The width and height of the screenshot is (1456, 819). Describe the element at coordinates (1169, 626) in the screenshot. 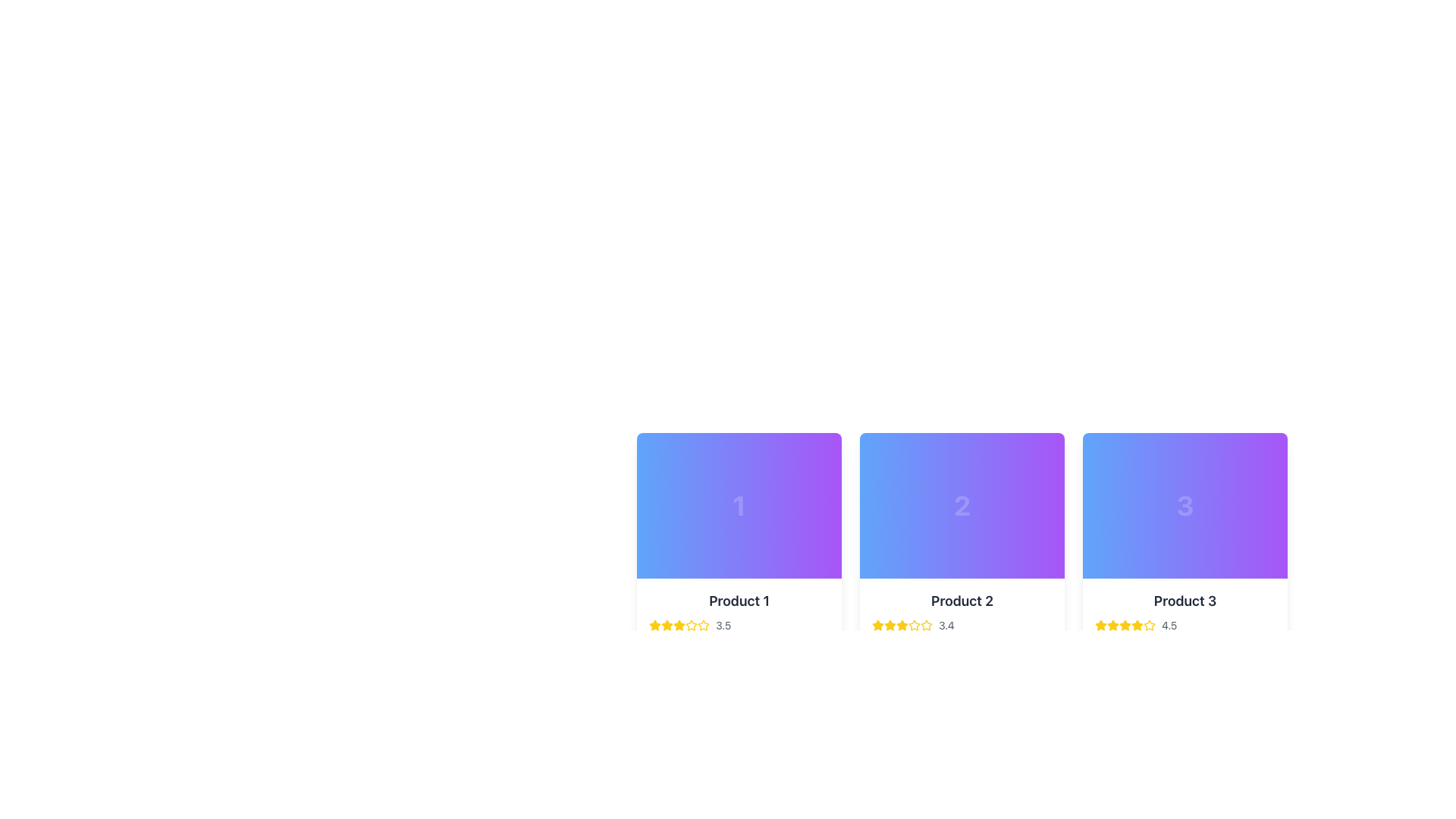

I see `text content of the numerical rating label located below the 'Product 3' label, positioned to the right of five yellow stars` at that location.